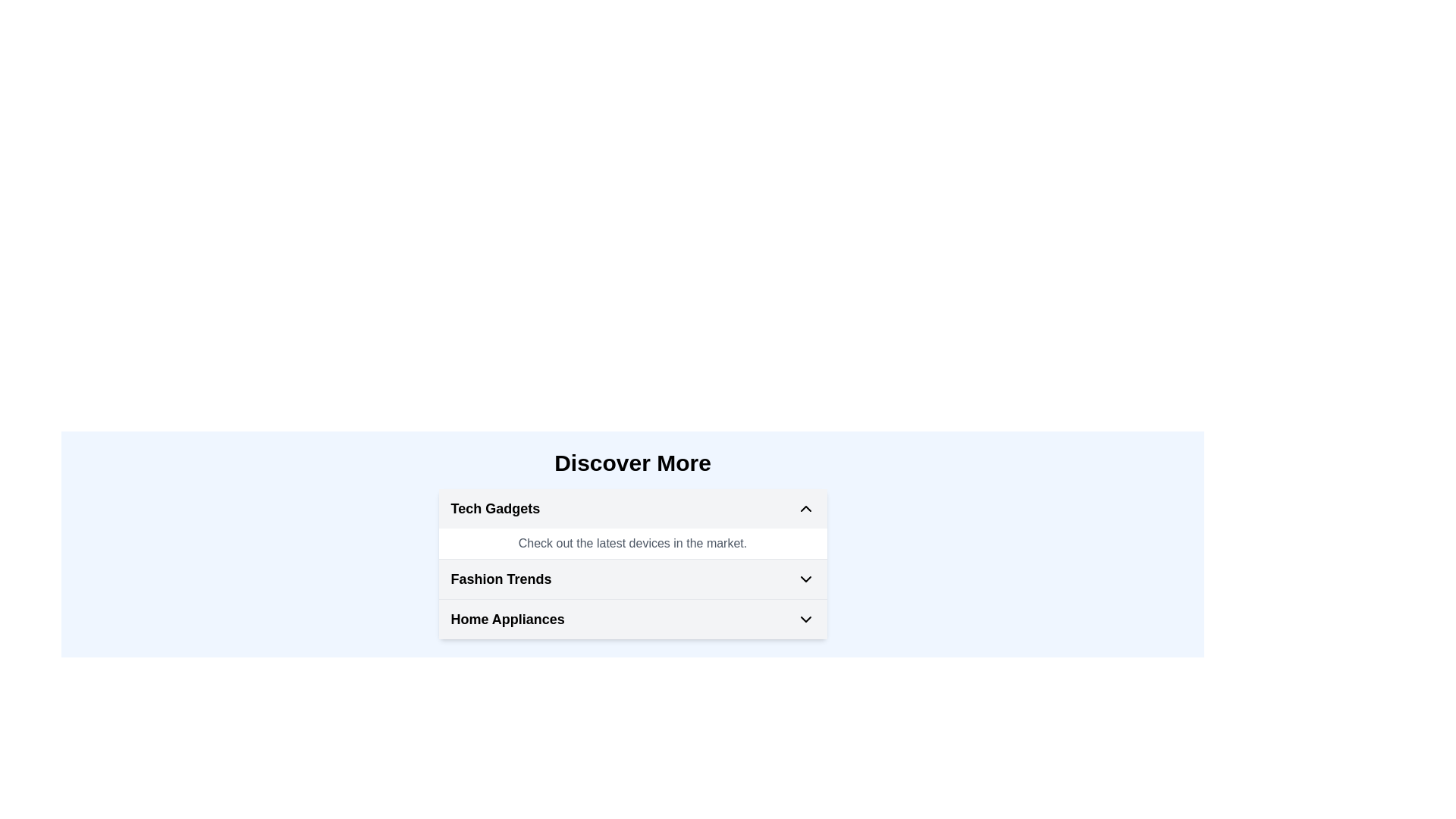 The width and height of the screenshot is (1456, 819). I want to click on the chevron icon located in the top-right corner of the 'Tech Gadgets' section, so click(805, 509).